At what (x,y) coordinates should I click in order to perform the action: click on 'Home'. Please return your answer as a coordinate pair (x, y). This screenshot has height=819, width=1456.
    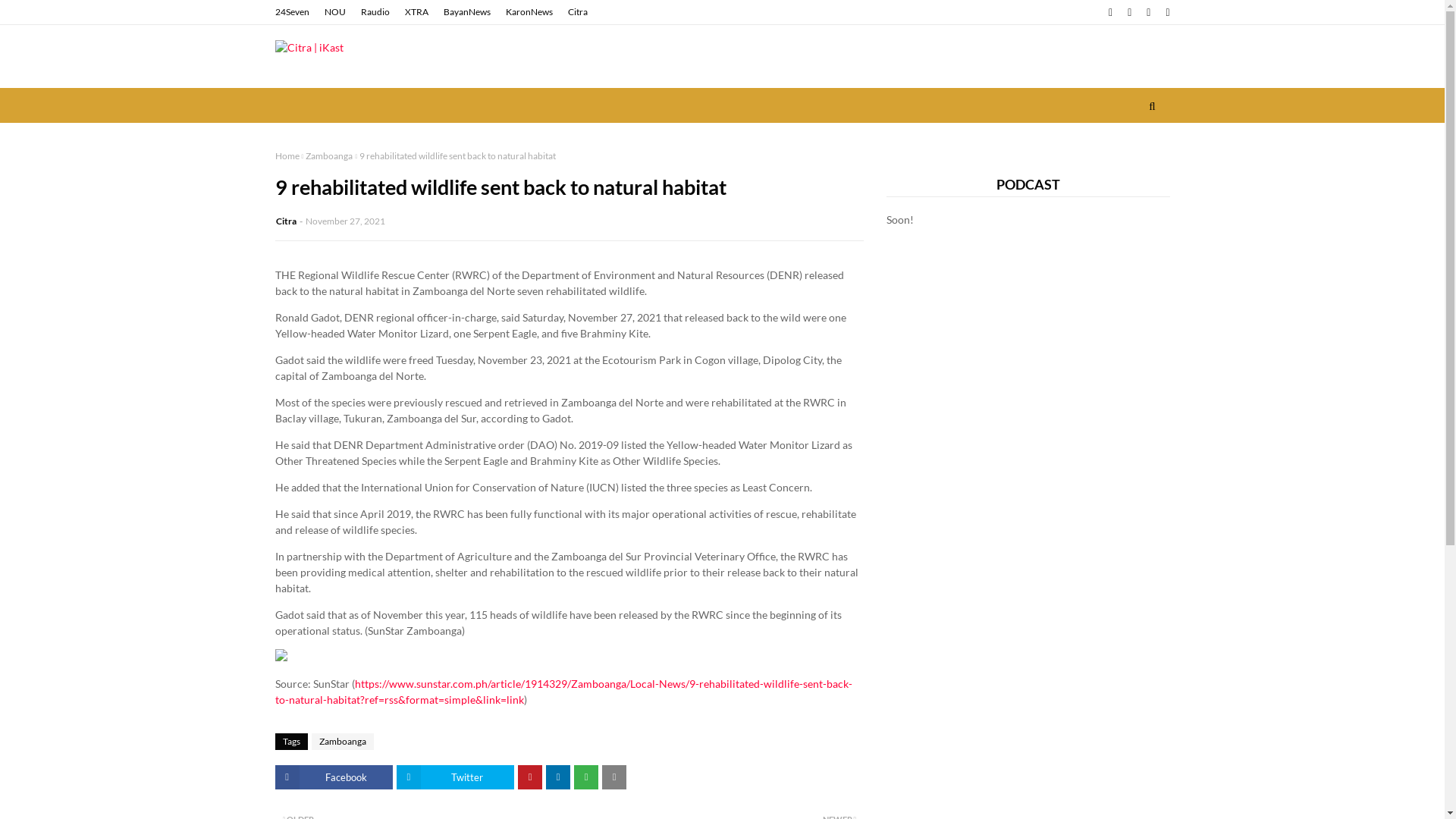
    Looking at the image, I should click on (287, 155).